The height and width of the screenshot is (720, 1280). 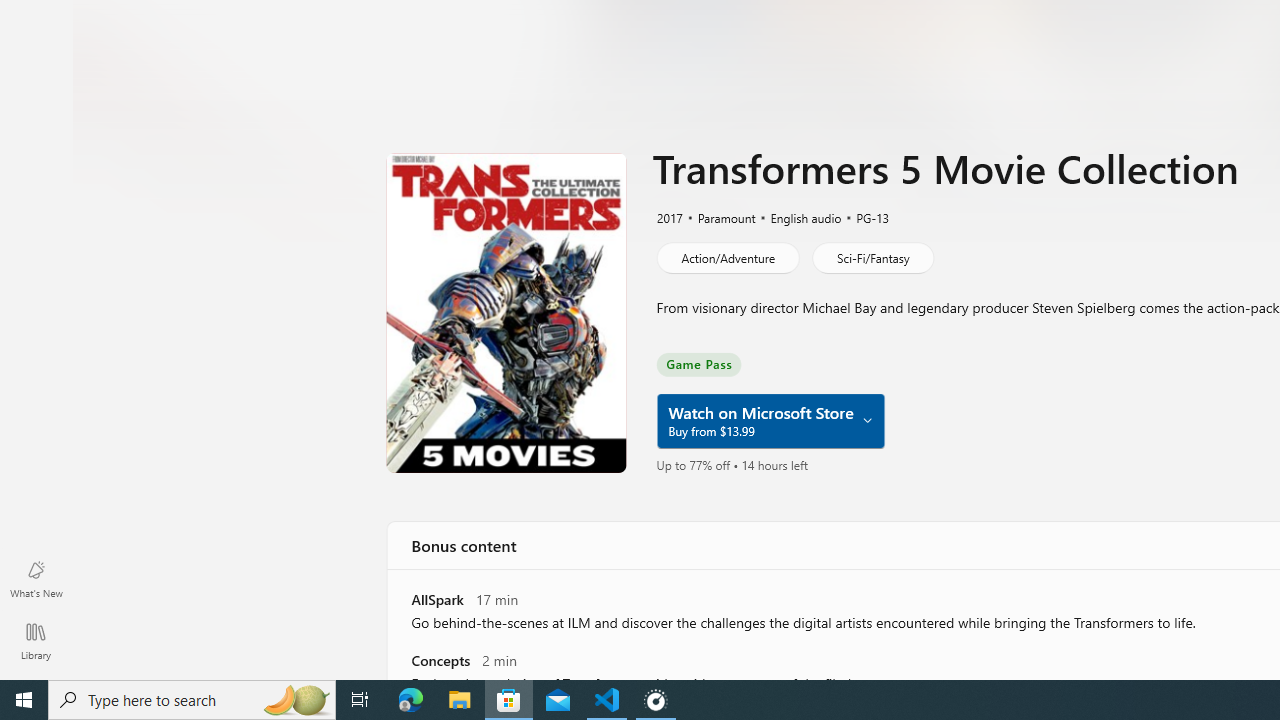 I want to click on 'English audio', so click(x=796, y=217).